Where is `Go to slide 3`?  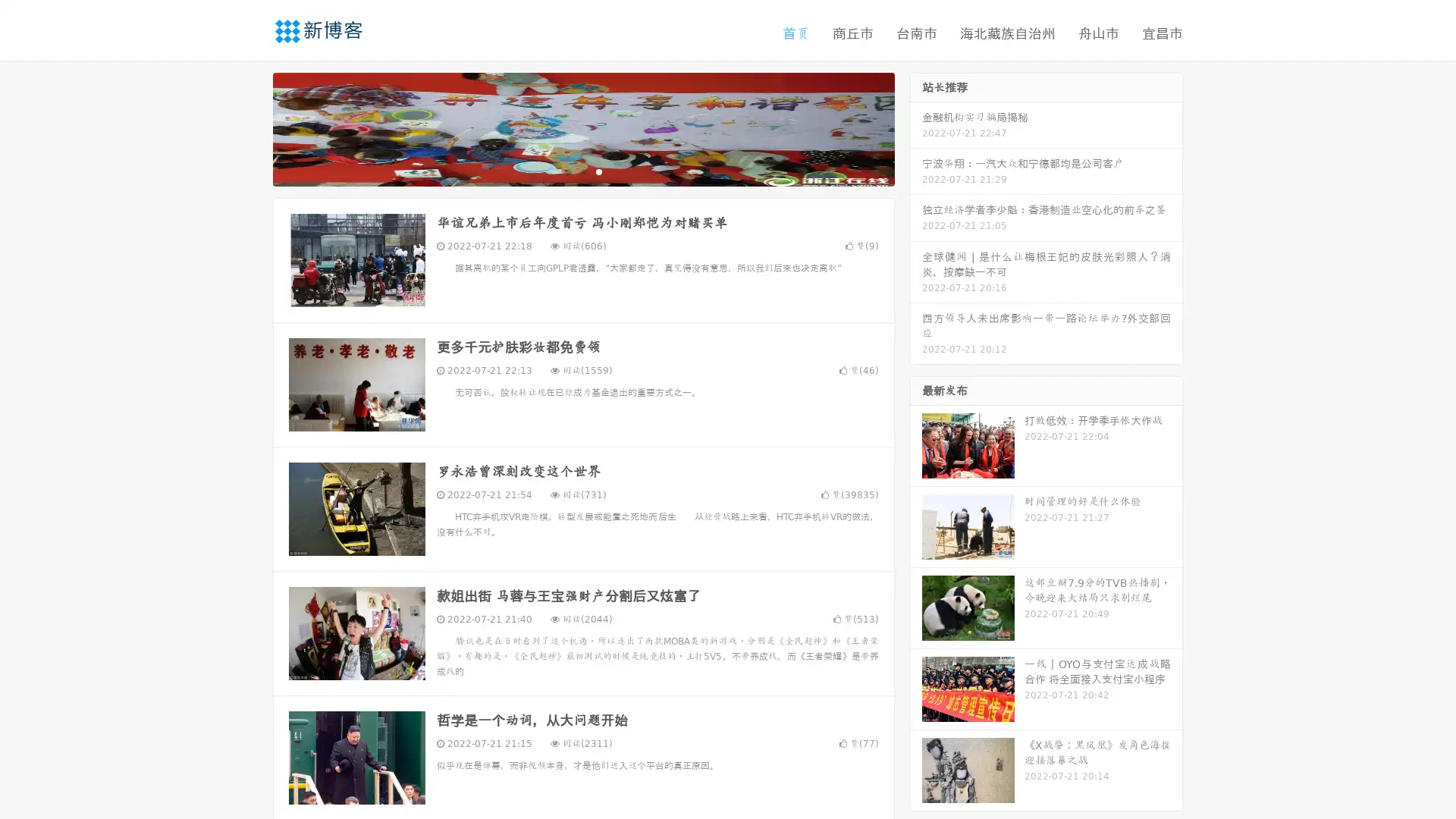 Go to slide 3 is located at coordinates (598, 171).